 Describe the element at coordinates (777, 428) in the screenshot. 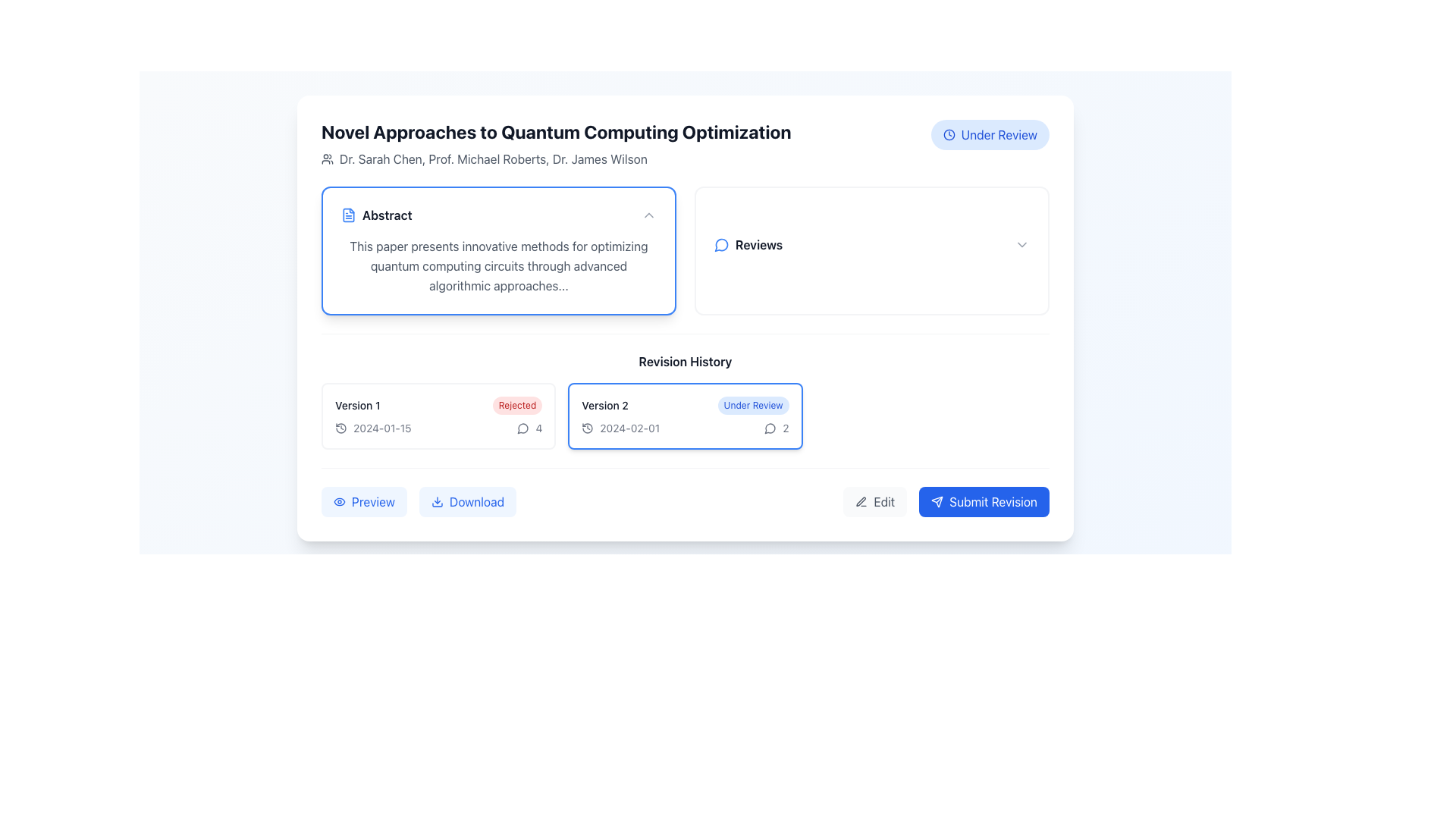

I see `the textual indicator showing the number of comments associated with the 'Version 2' entry in the revision history, located at the bottom right corner of the 'Version 2' card, following the date '2024-02-01' and aligning with a speech bubble icon` at that location.